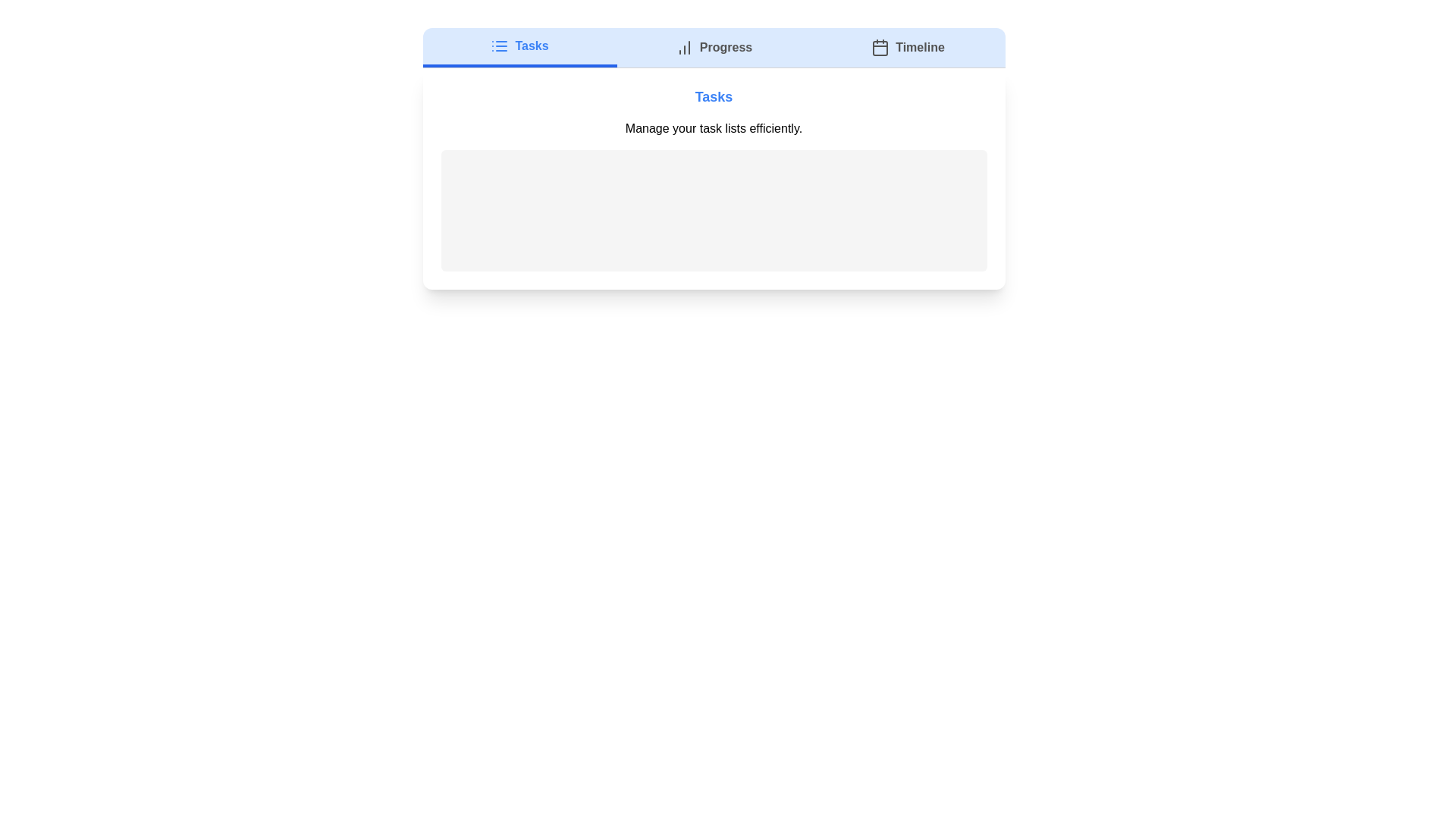 This screenshot has width=1456, height=819. Describe the element at coordinates (880, 48) in the screenshot. I see `the calendar icon by clicking on the inner rectangle component located in the top navigation bar next to the 'Progress' label` at that location.